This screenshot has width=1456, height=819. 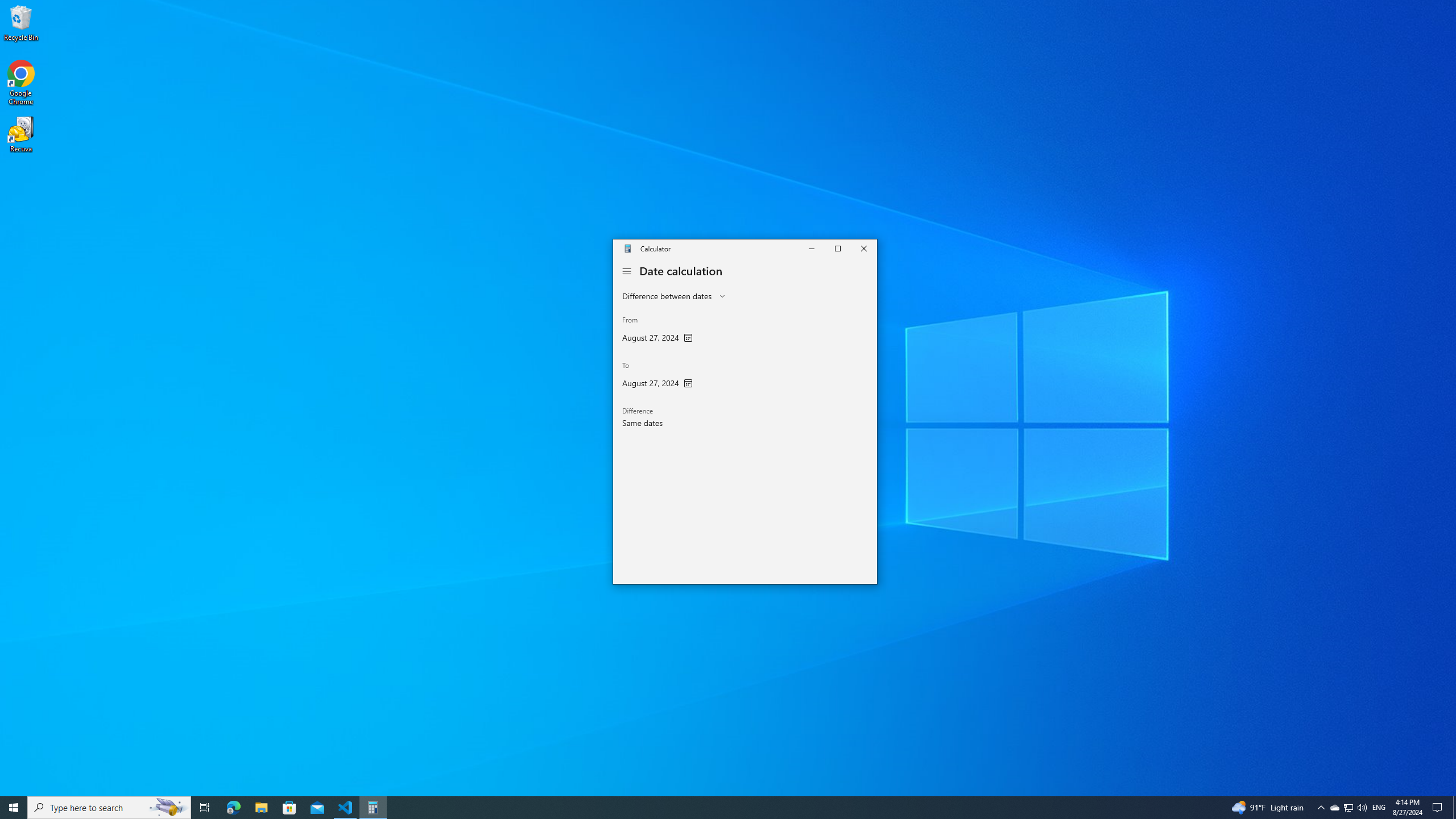 I want to click on 'Minimize Calculator', so click(x=810, y=248).